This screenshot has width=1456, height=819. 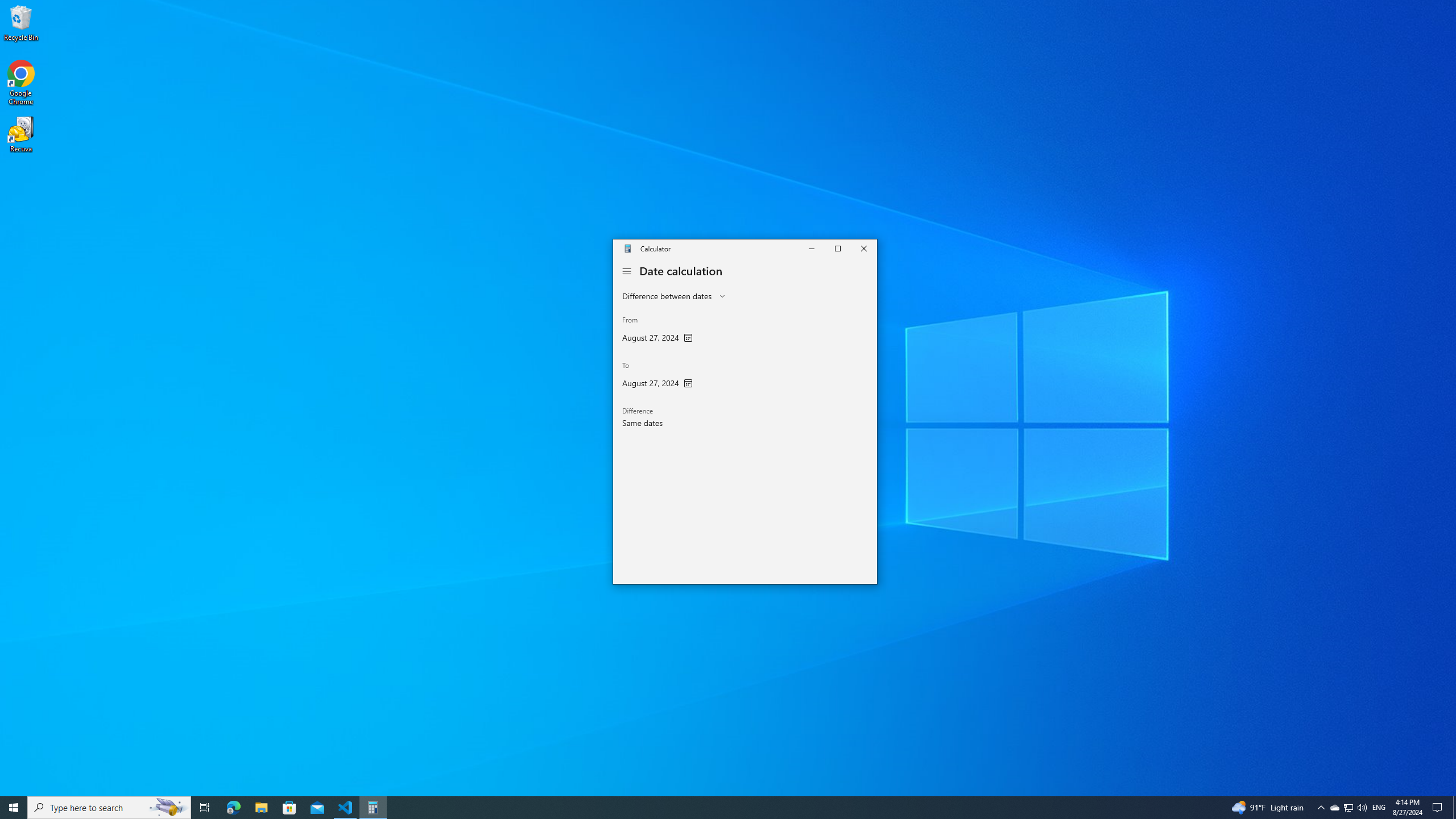 I want to click on 'Minimize Calculator', so click(x=810, y=248).